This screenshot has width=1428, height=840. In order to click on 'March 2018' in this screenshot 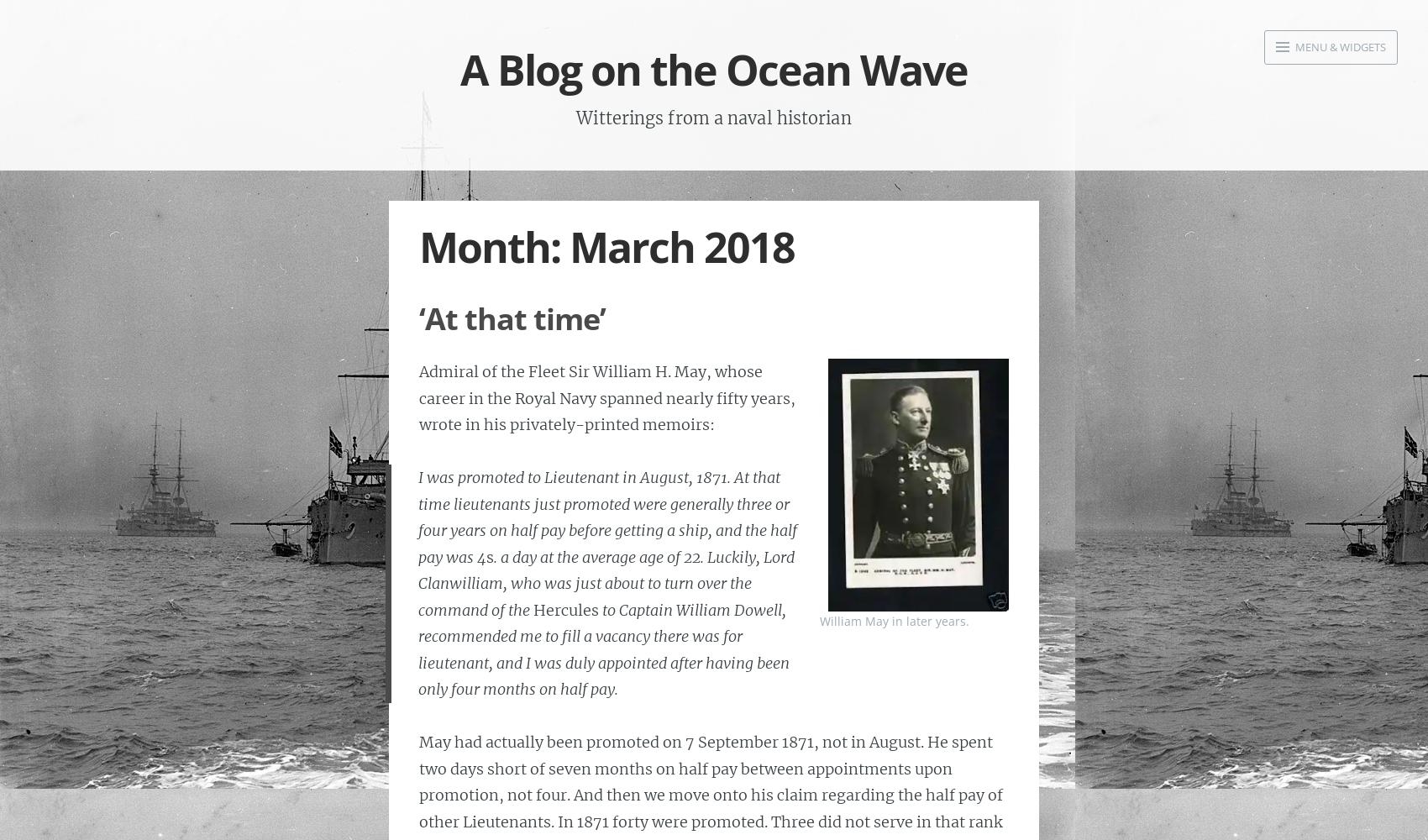, I will do `click(569, 246)`.